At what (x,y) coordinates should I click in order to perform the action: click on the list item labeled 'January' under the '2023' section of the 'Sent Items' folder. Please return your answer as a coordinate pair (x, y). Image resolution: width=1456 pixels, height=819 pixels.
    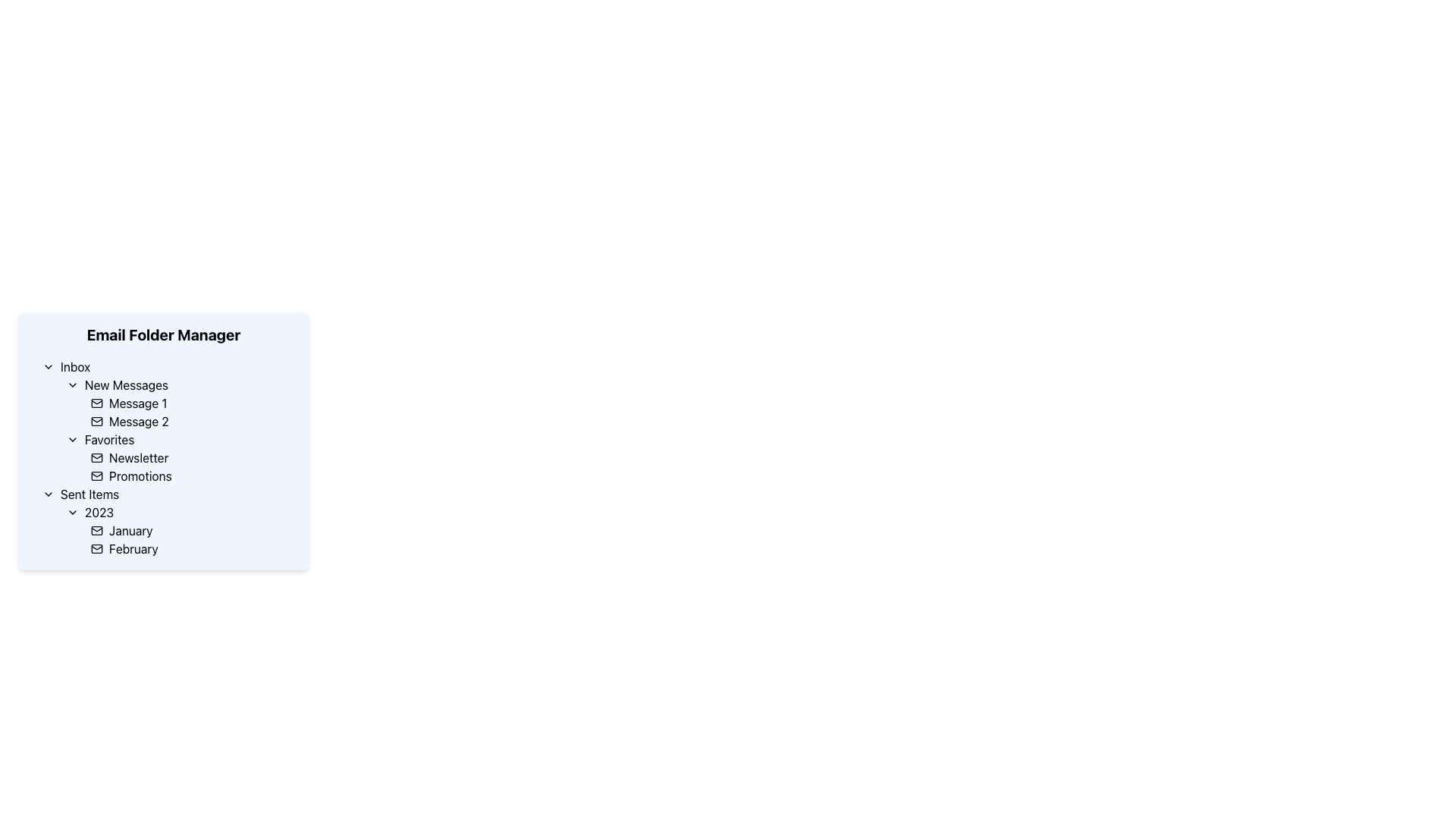
    Looking at the image, I should click on (170, 529).